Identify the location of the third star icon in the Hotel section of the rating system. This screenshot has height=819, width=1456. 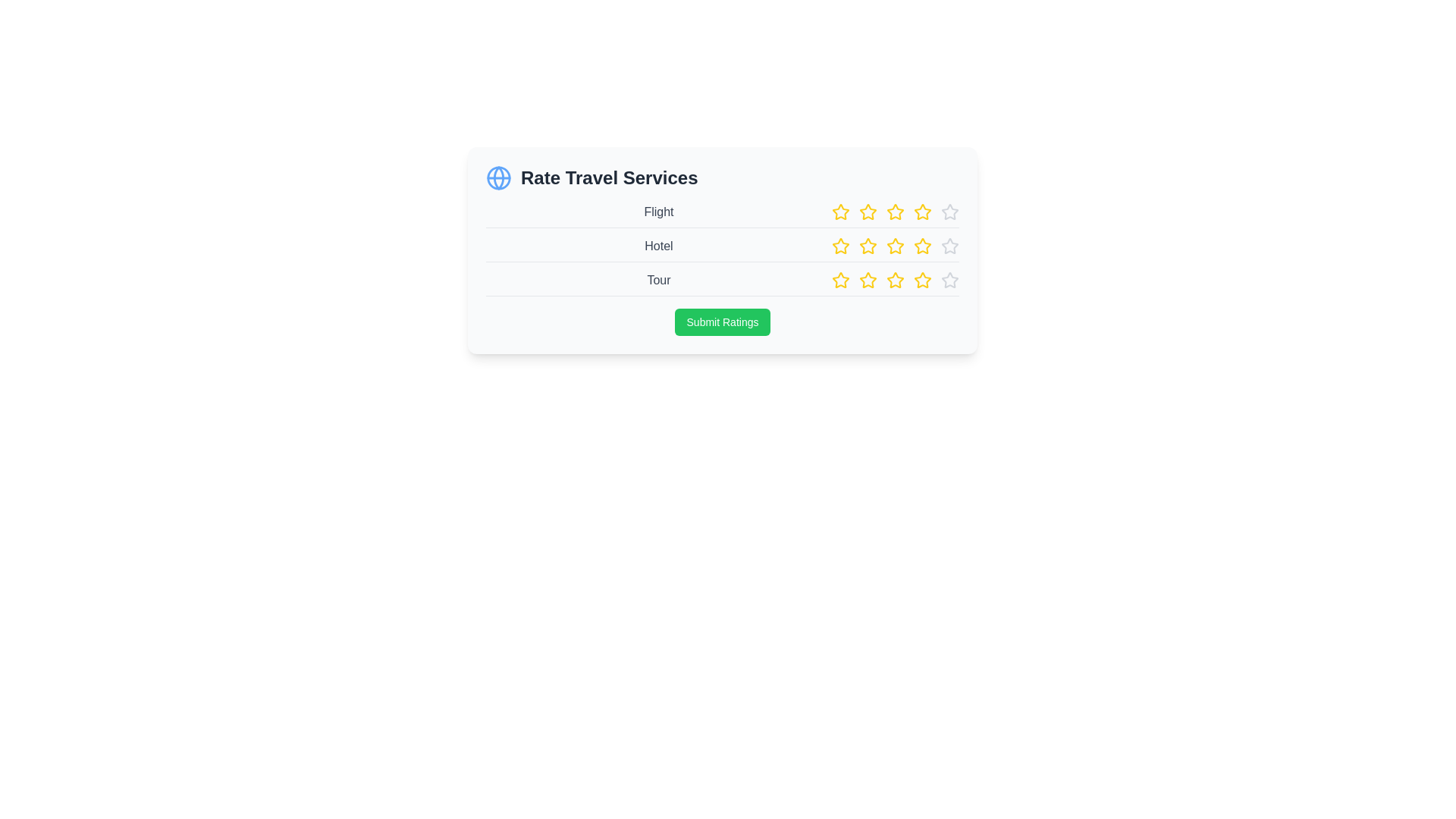
(839, 245).